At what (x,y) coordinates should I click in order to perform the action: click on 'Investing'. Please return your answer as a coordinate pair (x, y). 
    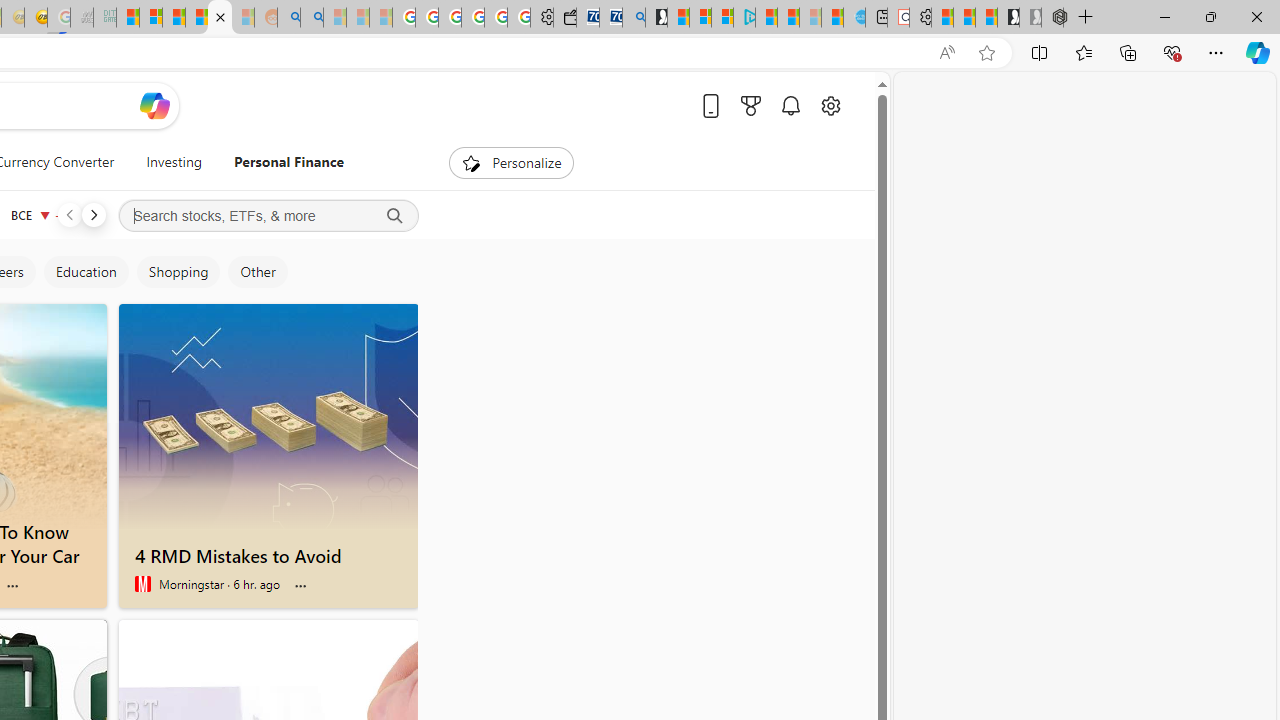
    Looking at the image, I should click on (174, 162).